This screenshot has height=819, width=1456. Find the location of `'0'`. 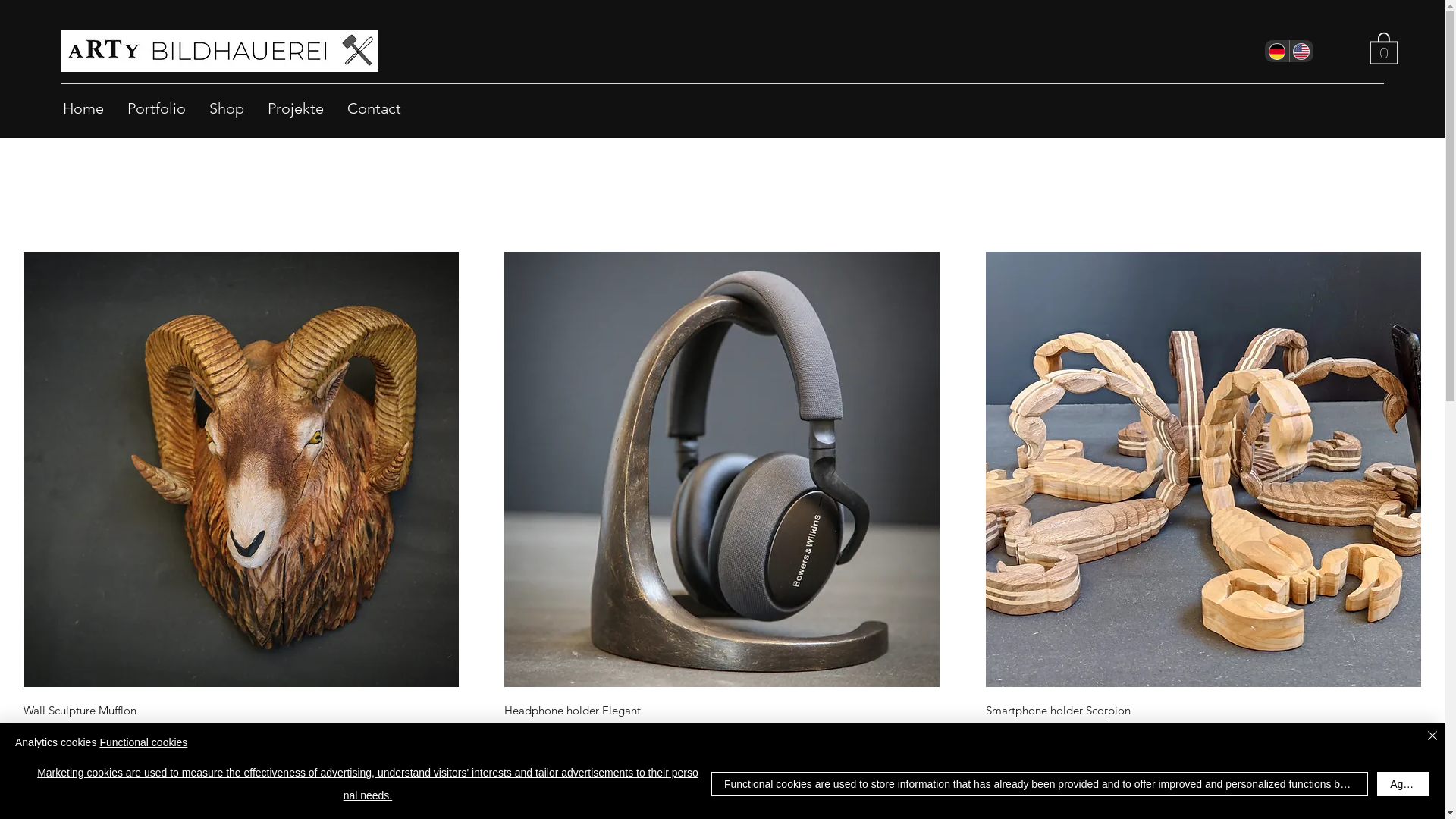

'0' is located at coordinates (1383, 46).